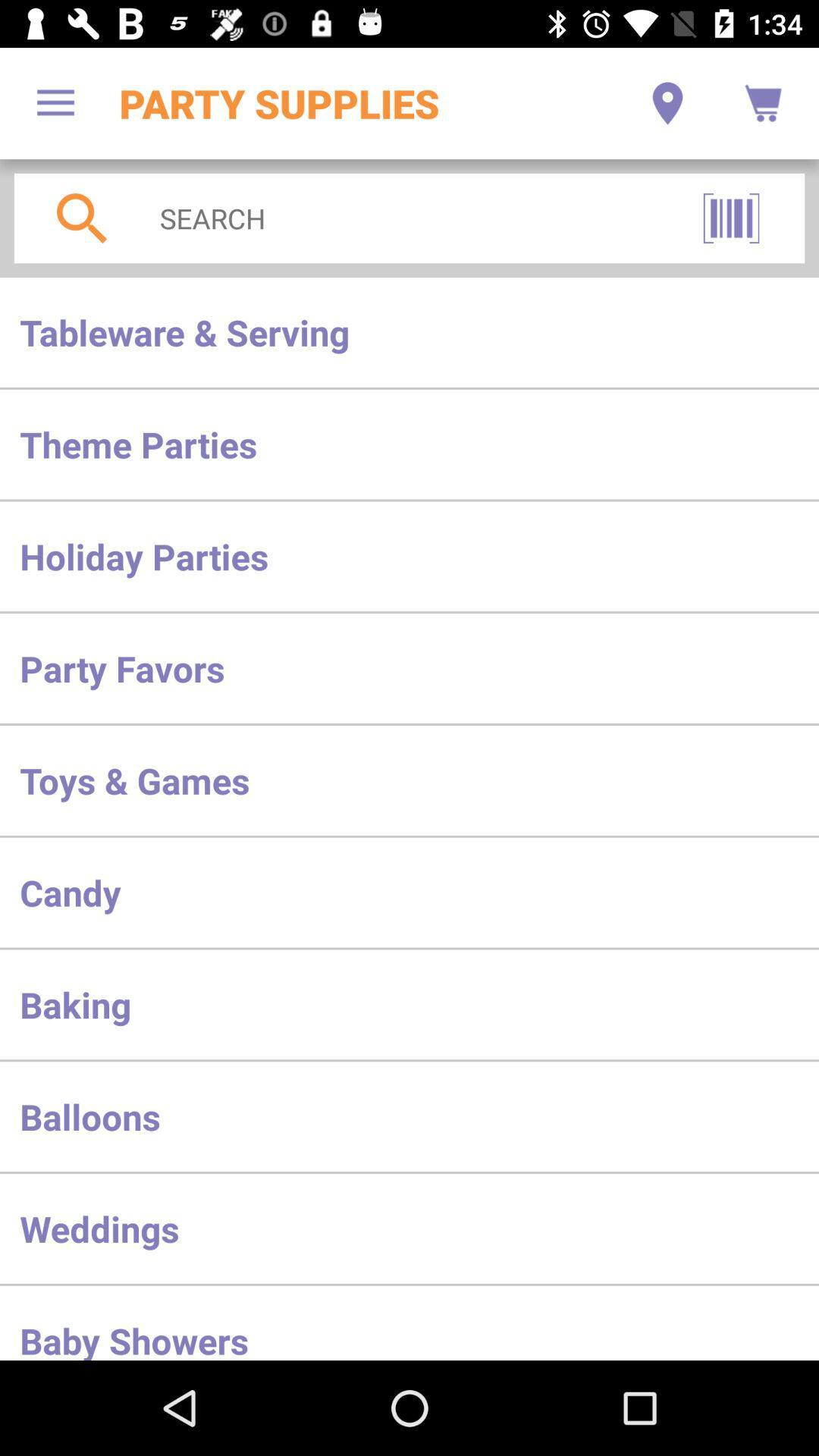 The width and height of the screenshot is (819, 1456). Describe the element at coordinates (409, 444) in the screenshot. I see `the theme parties item` at that location.